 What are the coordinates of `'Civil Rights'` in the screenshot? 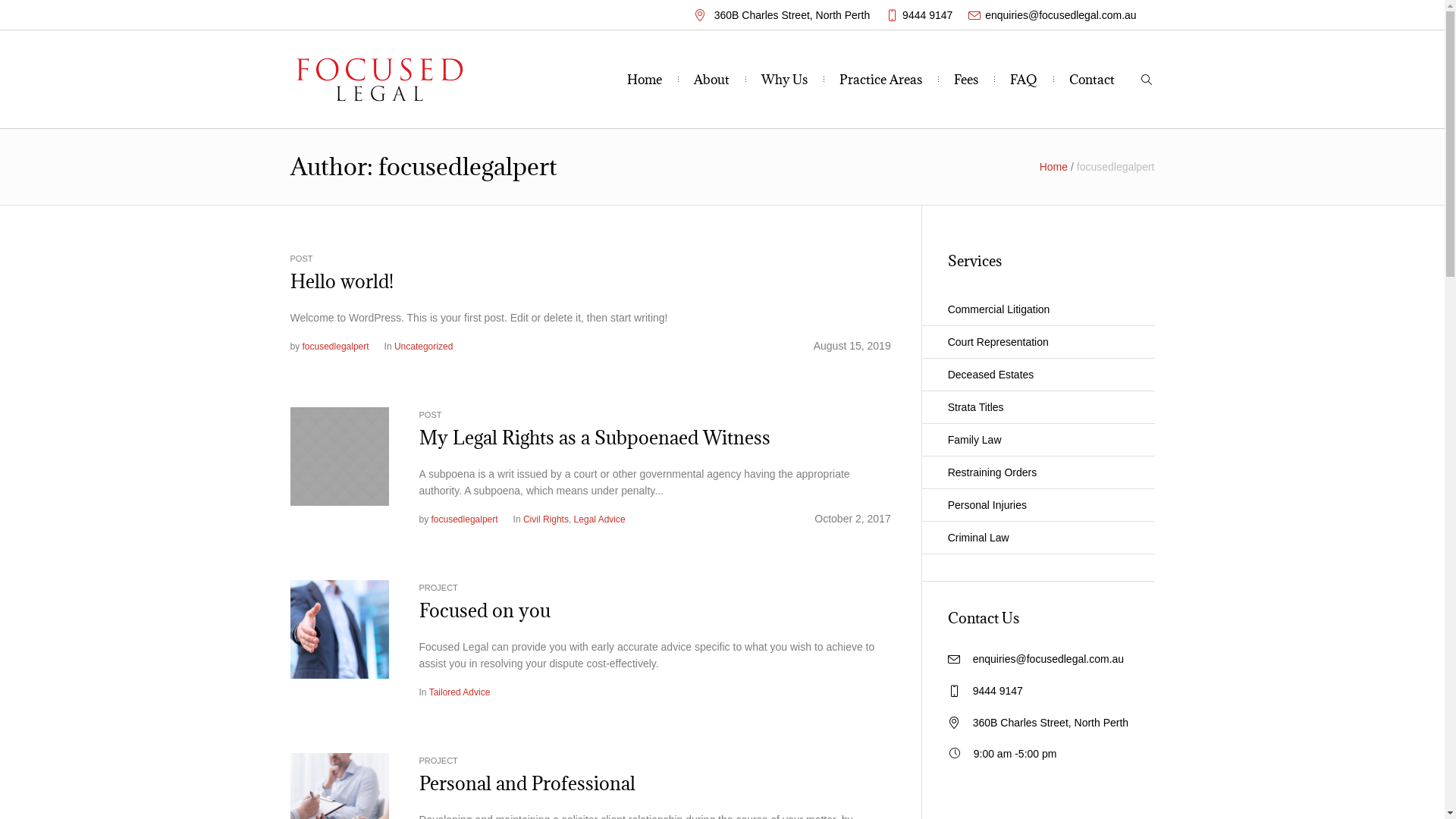 It's located at (546, 519).